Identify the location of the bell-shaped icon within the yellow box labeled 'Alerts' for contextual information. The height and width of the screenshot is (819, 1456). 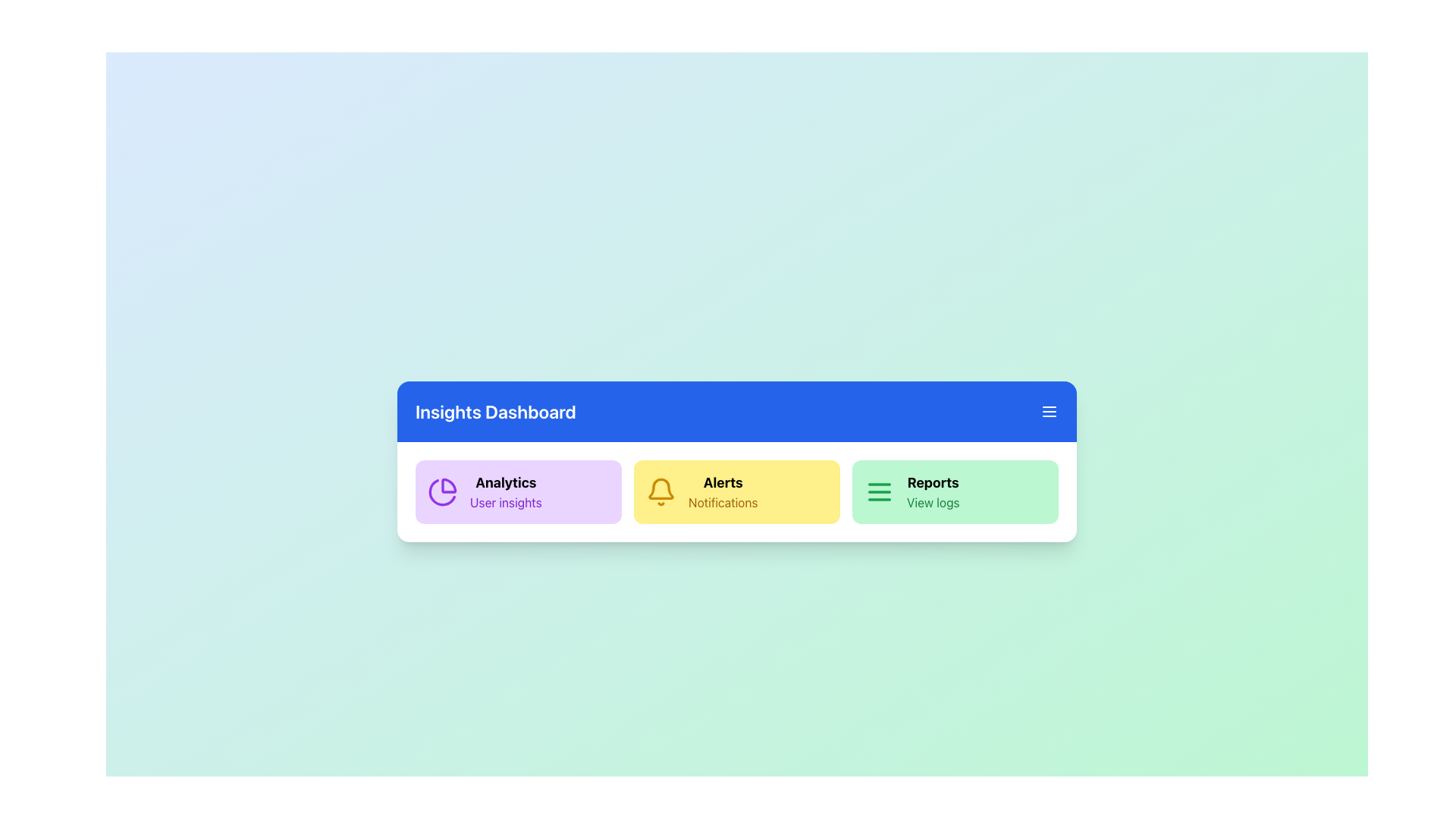
(661, 491).